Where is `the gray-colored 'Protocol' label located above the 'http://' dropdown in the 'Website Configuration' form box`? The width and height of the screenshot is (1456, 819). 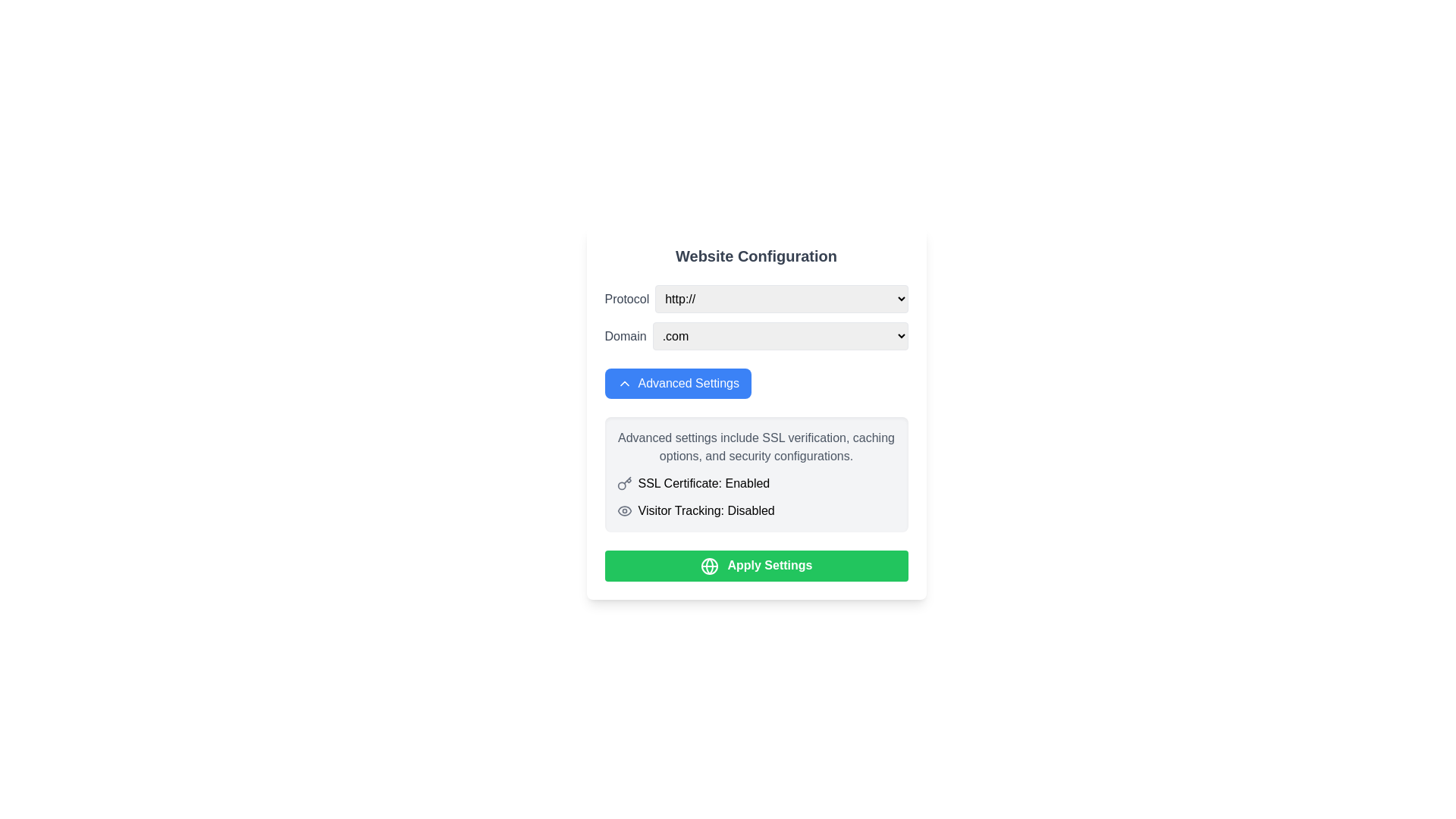 the gray-colored 'Protocol' label located above the 'http://' dropdown in the 'Website Configuration' form box is located at coordinates (626, 299).